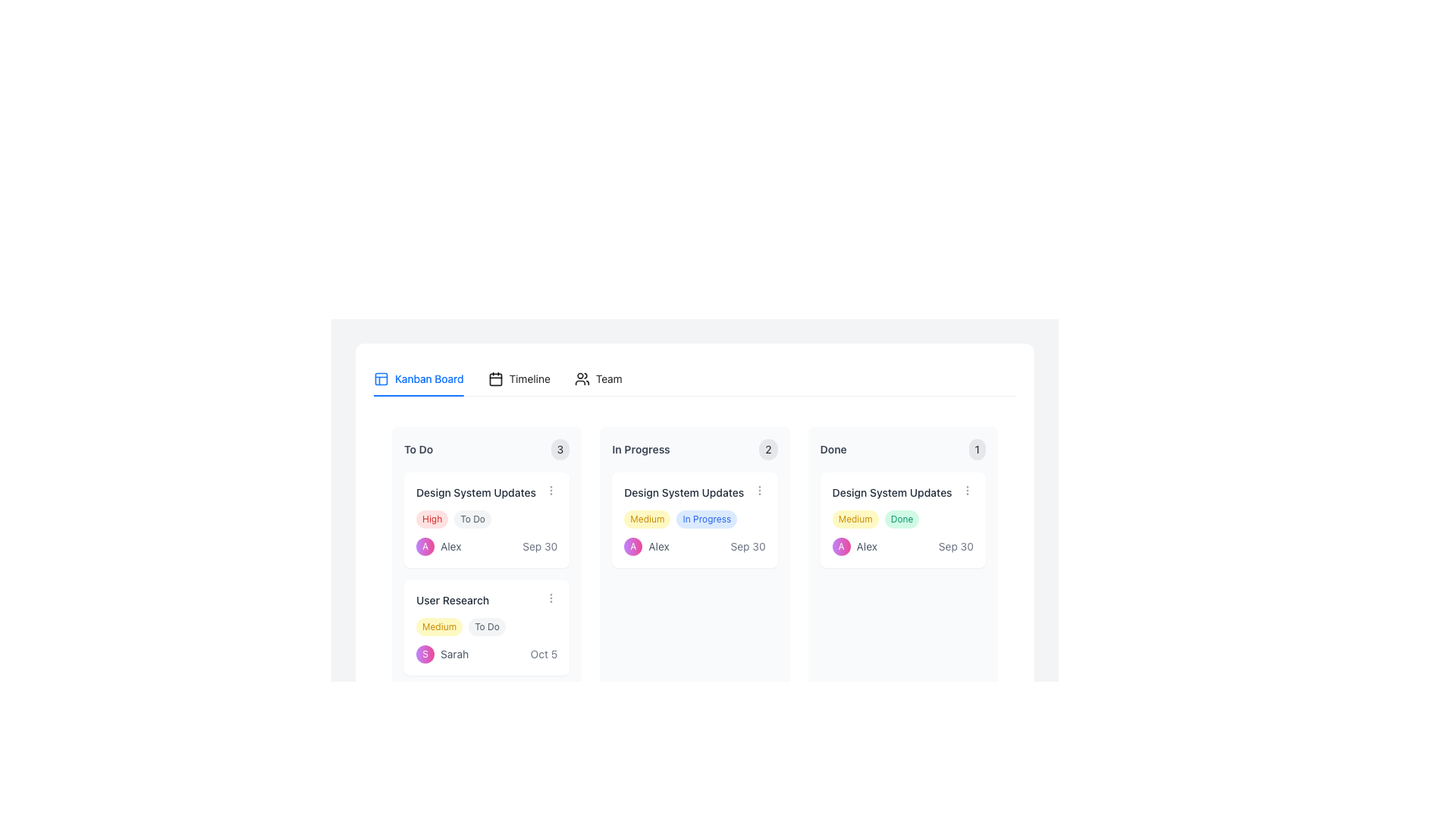  What do you see at coordinates (450, 547) in the screenshot?
I see `the text label displaying the name 'Alex', which is styled in a small gray font and located to the right of the circular icon marked with 'A' in the 'Design System Updates' item of the 'To Do' column on the Kanban Board` at bounding box center [450, 547].